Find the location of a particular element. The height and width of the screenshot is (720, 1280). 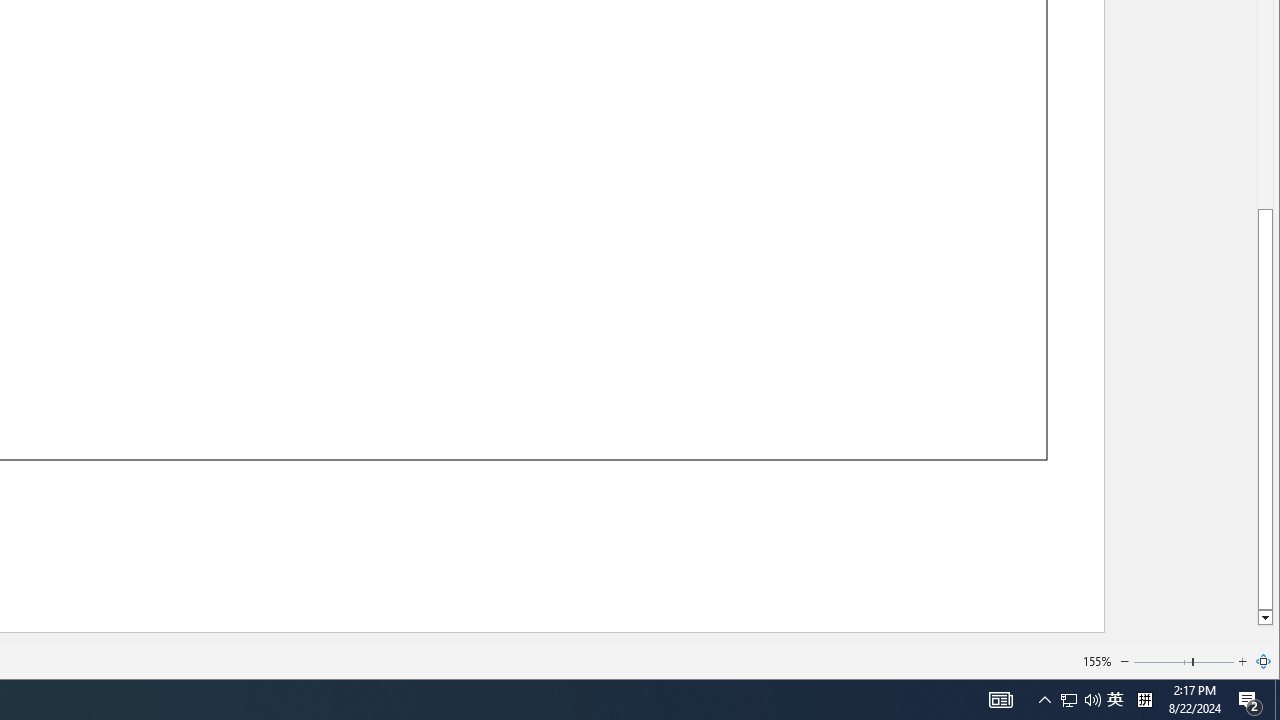

'155%' is located at coordinates (1095, 661).